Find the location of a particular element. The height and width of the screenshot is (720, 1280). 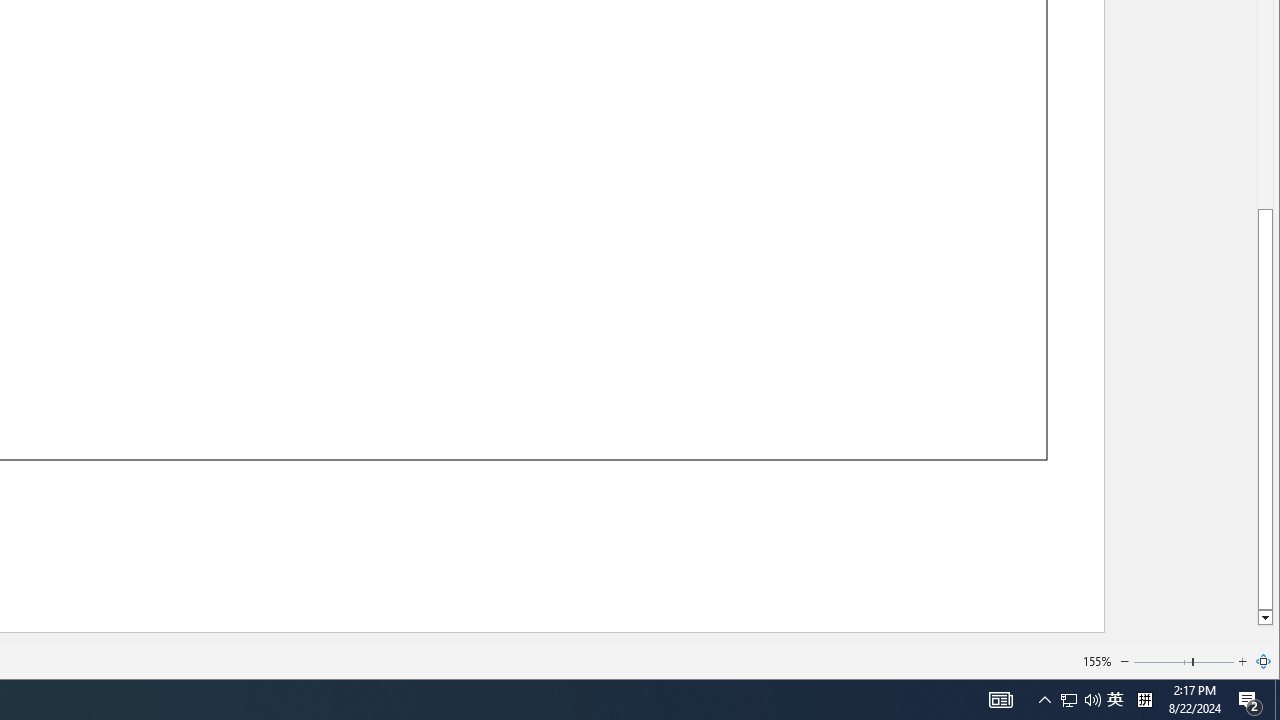

'155%' is located at coordinates (1095, 661).